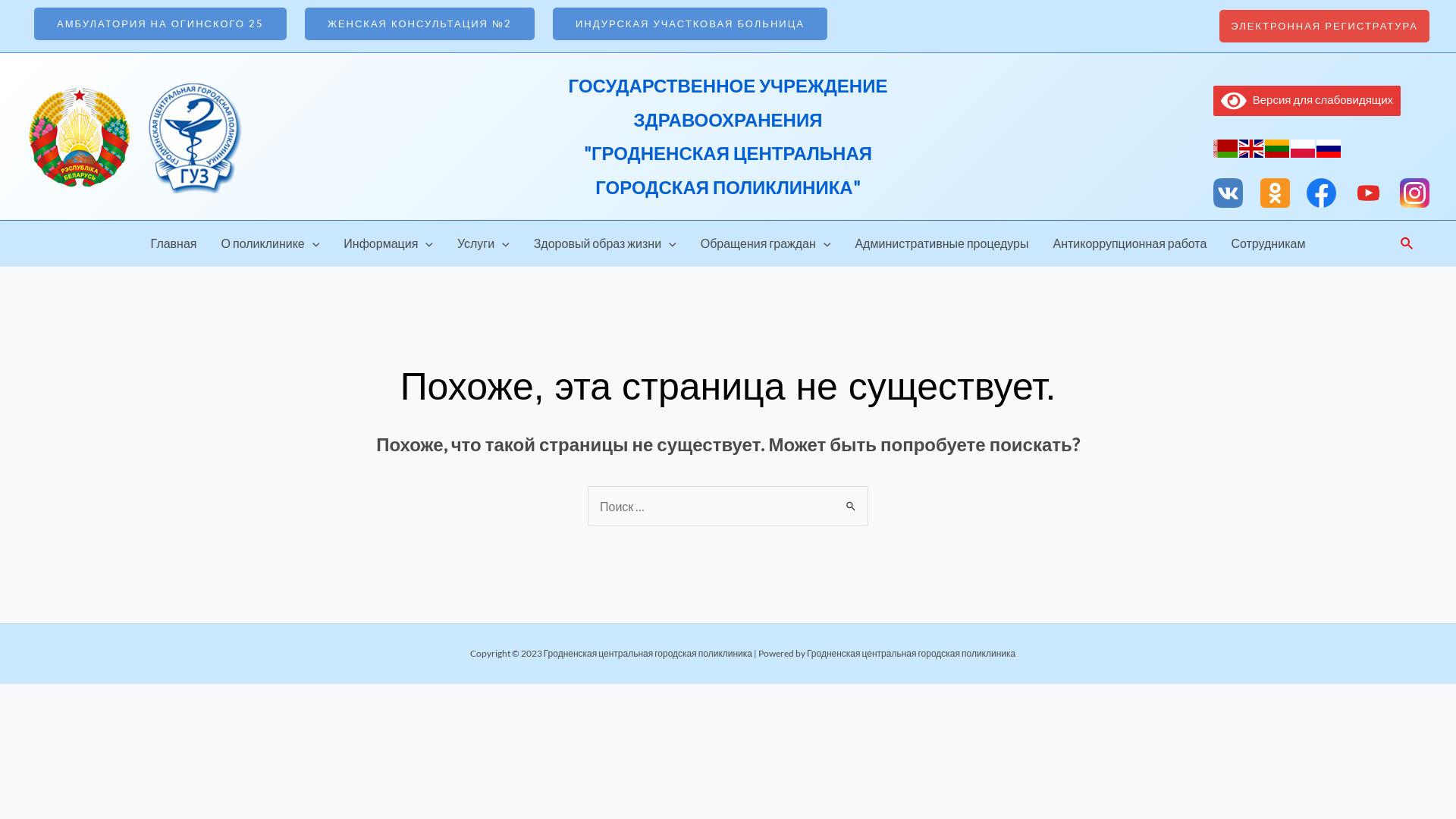 The width and height of the screenshot is (1456, 819). I want to click on 'English', so click(1238, 146).